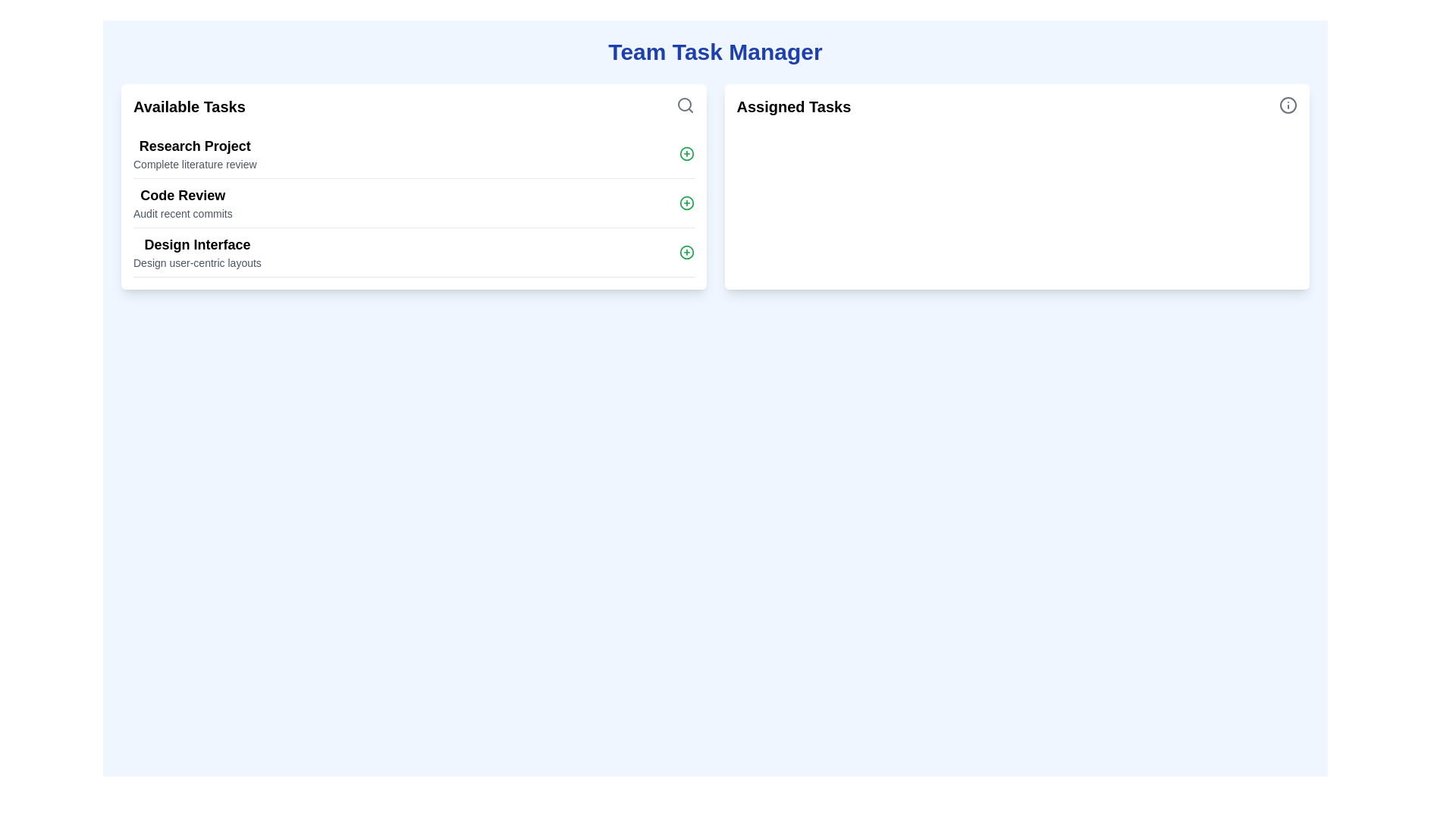 This screenshot has height=819, width=1456. I want to click on details of the task represented by the text label group for 'Research Project' located at the top of the 'Available Tasks' section, so click(194, 154).